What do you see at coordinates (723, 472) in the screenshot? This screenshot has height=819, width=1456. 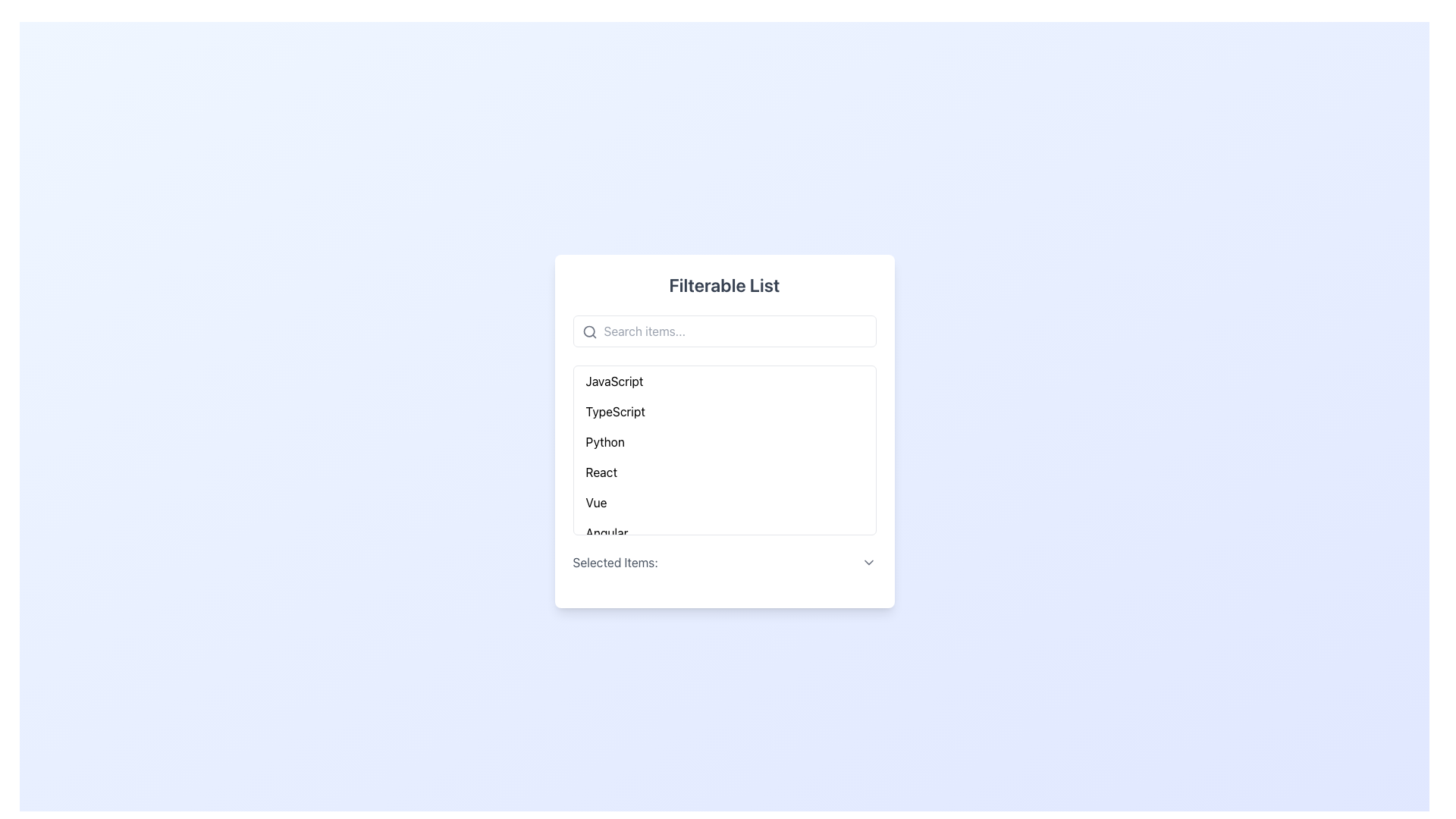 I see `the fourth item in the dropdown list representing the 'React' language, which is located between 'Python' and 'Vue'` at bounding box center [723, 472].